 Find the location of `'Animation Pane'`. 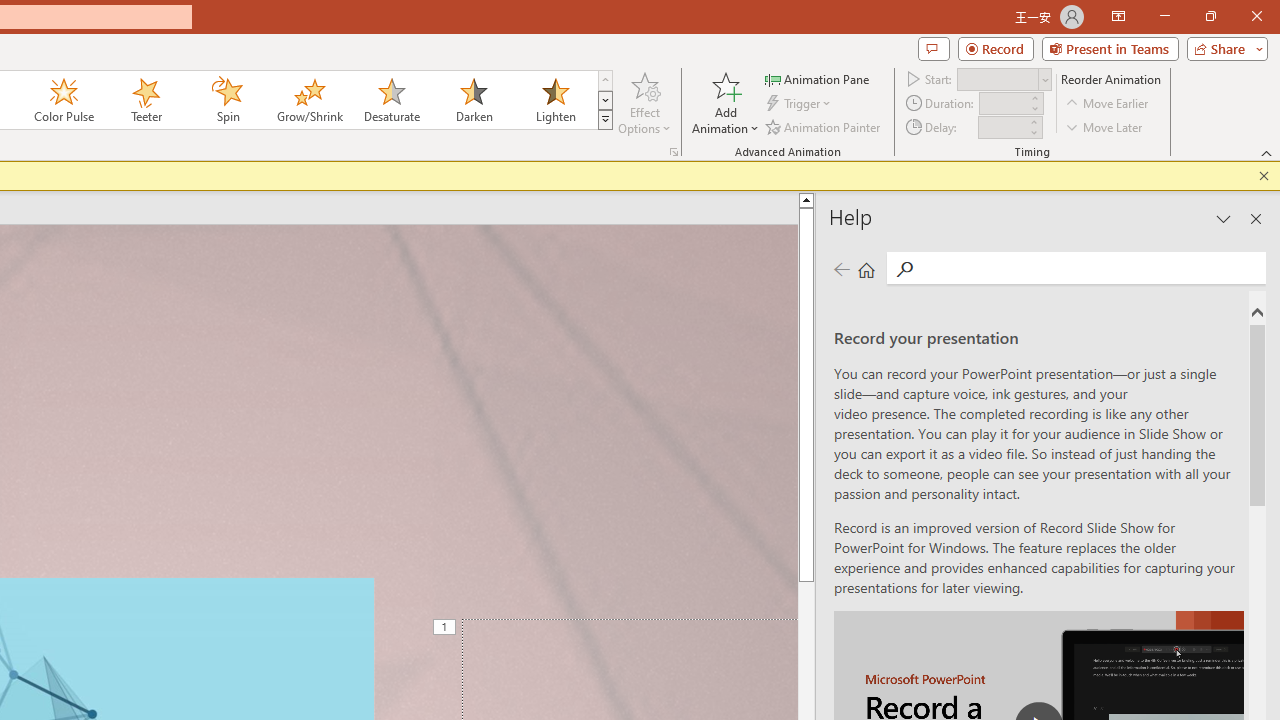

'Animation Pane' is located at coordinates (818, 78).